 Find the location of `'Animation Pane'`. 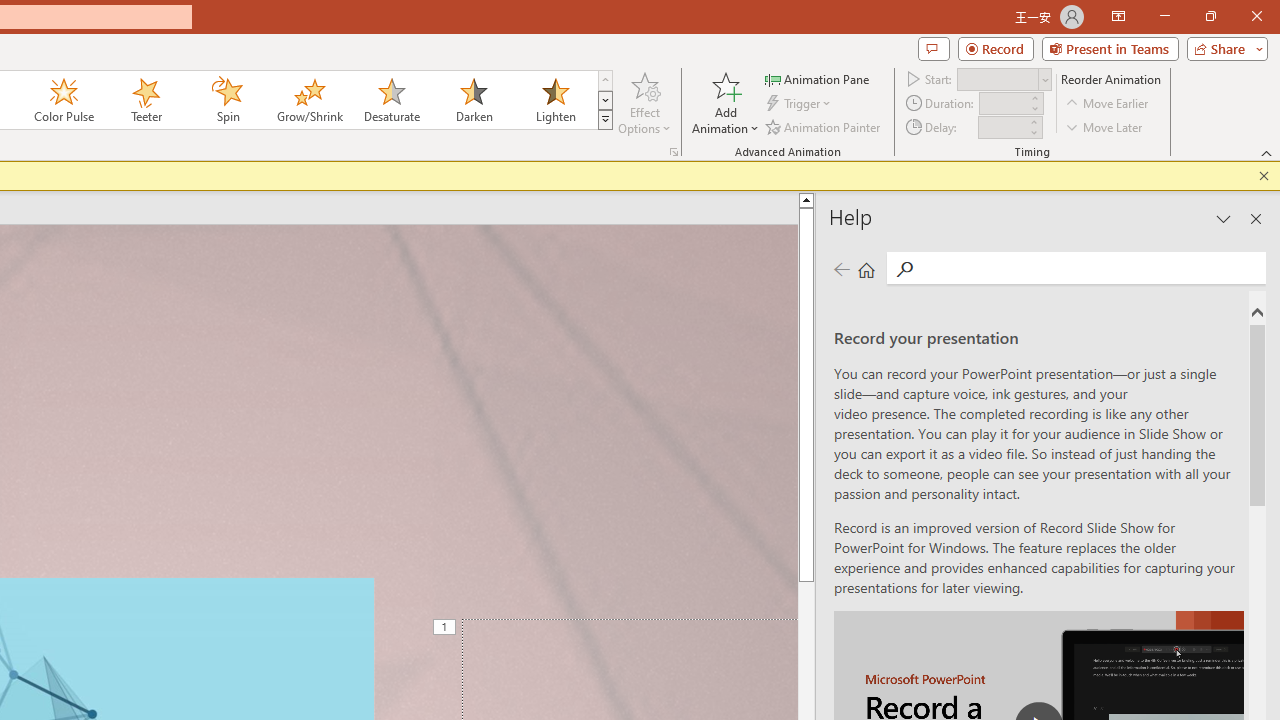

'Animation Pane' is located at coordinates (818, 78).